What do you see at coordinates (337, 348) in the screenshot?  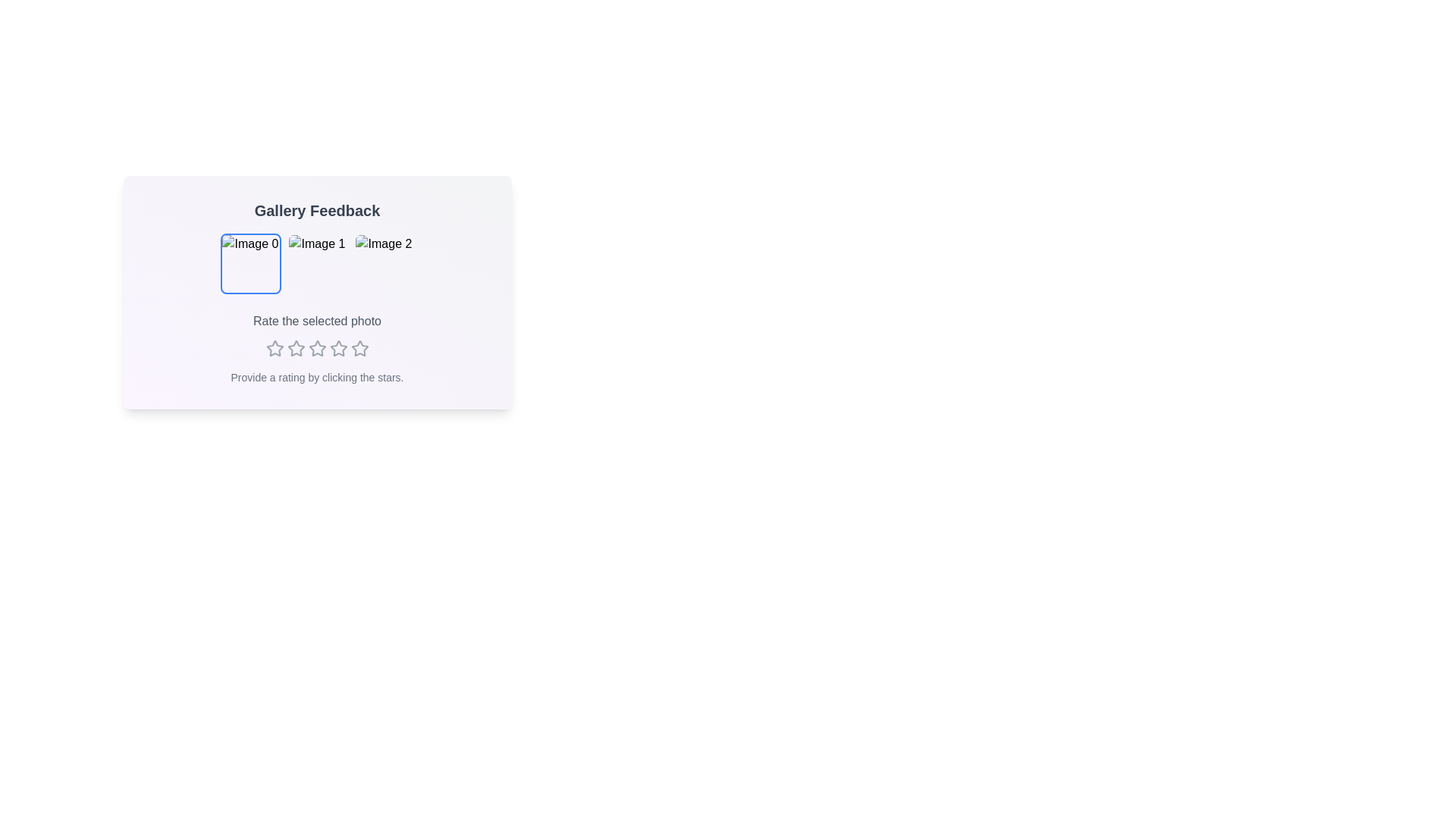 I see `the fifth star in a horizontal row of six stars to rate the selected photo` at bounding box center [337, 348].